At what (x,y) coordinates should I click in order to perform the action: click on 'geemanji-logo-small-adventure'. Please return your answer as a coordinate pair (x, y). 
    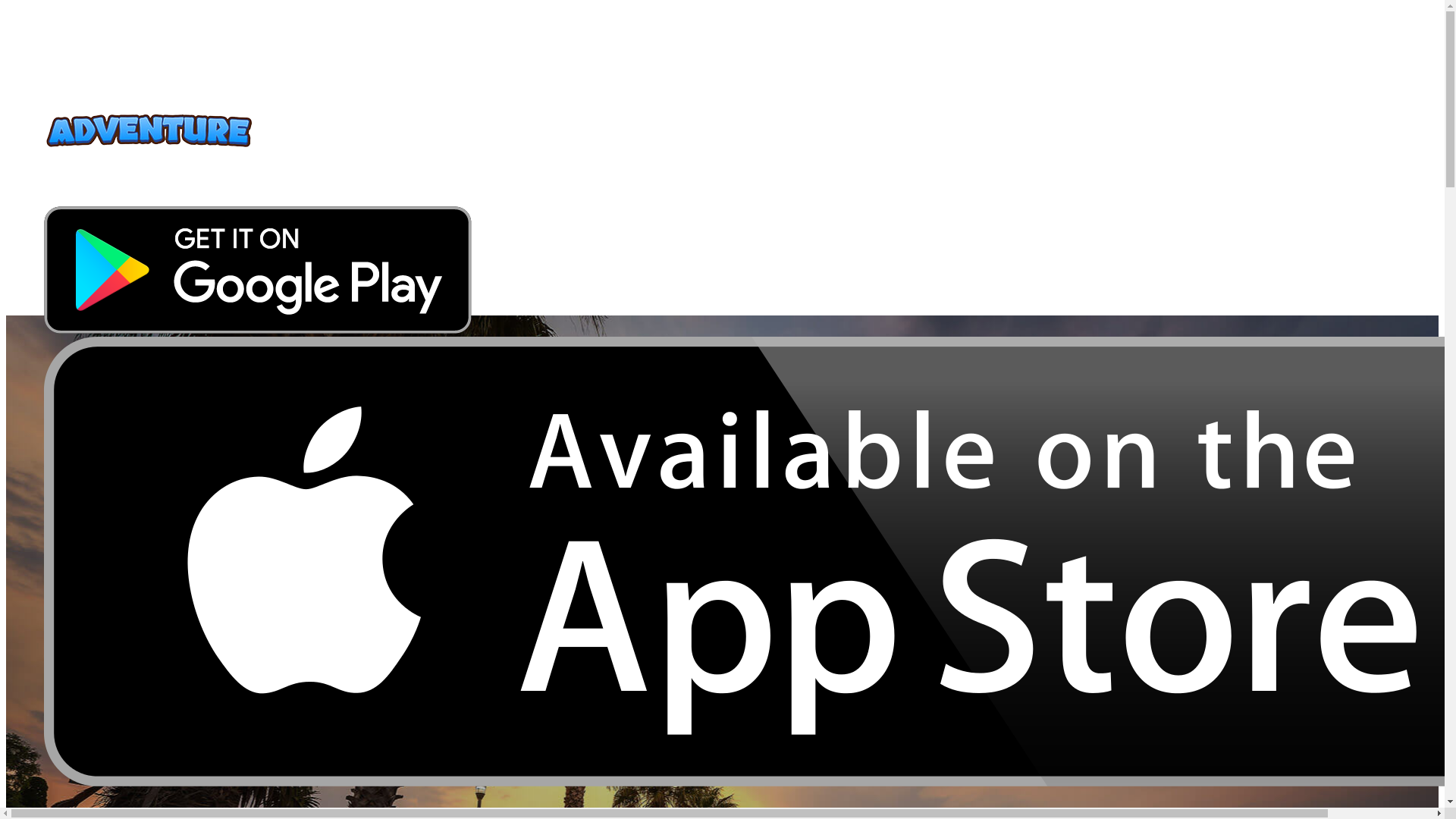
    Looking at the image, I should click on (43, 130).